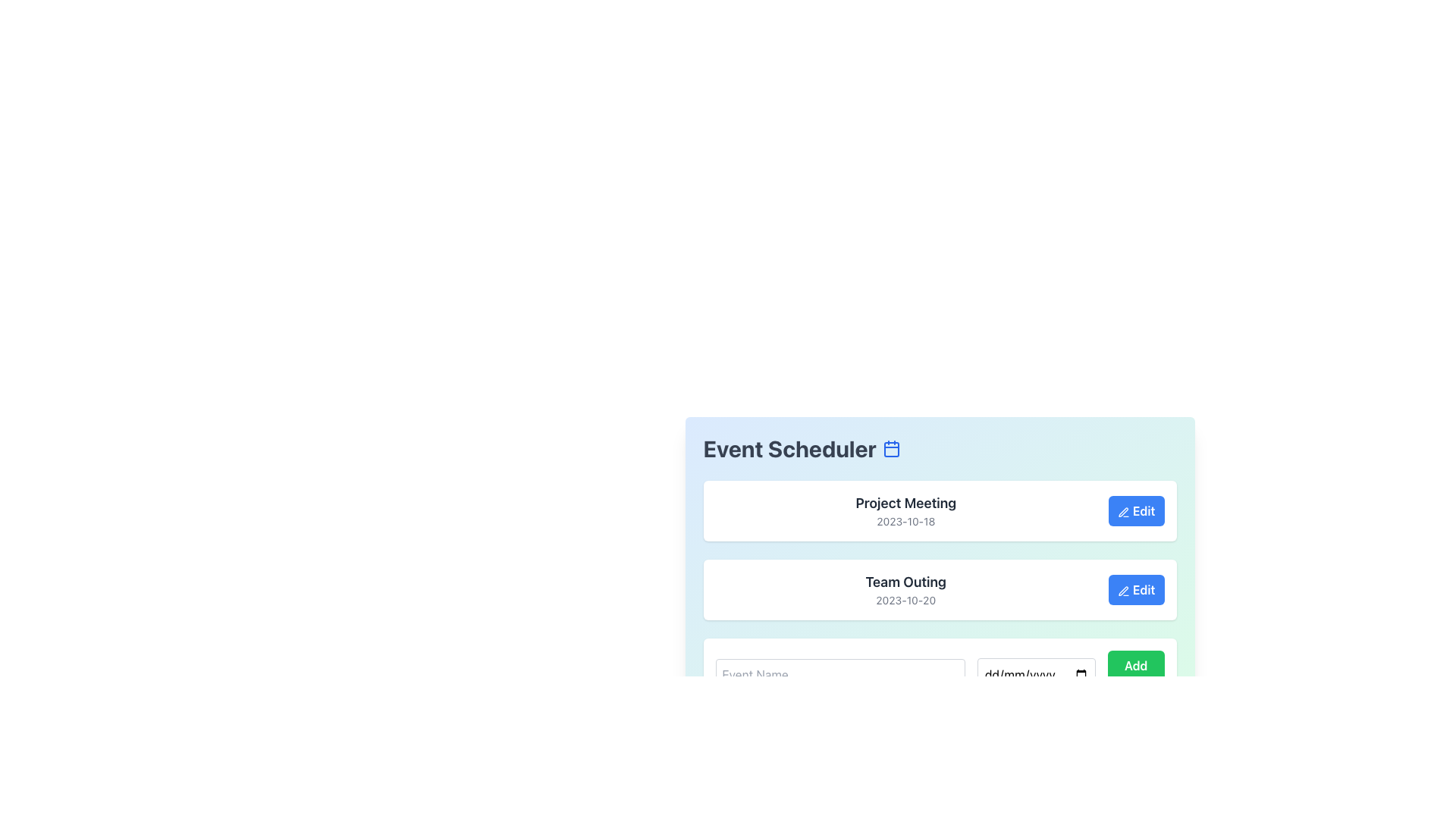 The image size is (1456, 819). I want to click on the pen icon within the 'Edit' button located at the top-right corner of the event details box, so click(1123, 512).